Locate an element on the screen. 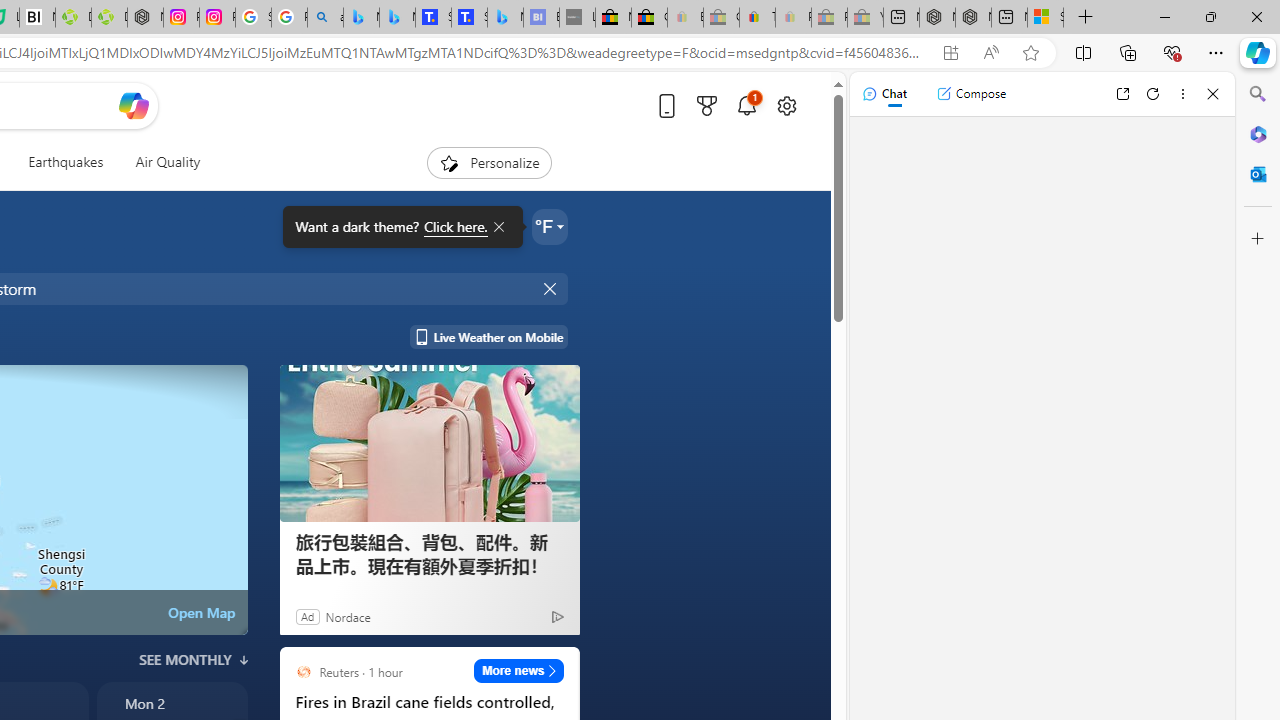 The height and width of the screenshot is (720, 1280). 'Earthquakes' is located at coordinates (65, 162).